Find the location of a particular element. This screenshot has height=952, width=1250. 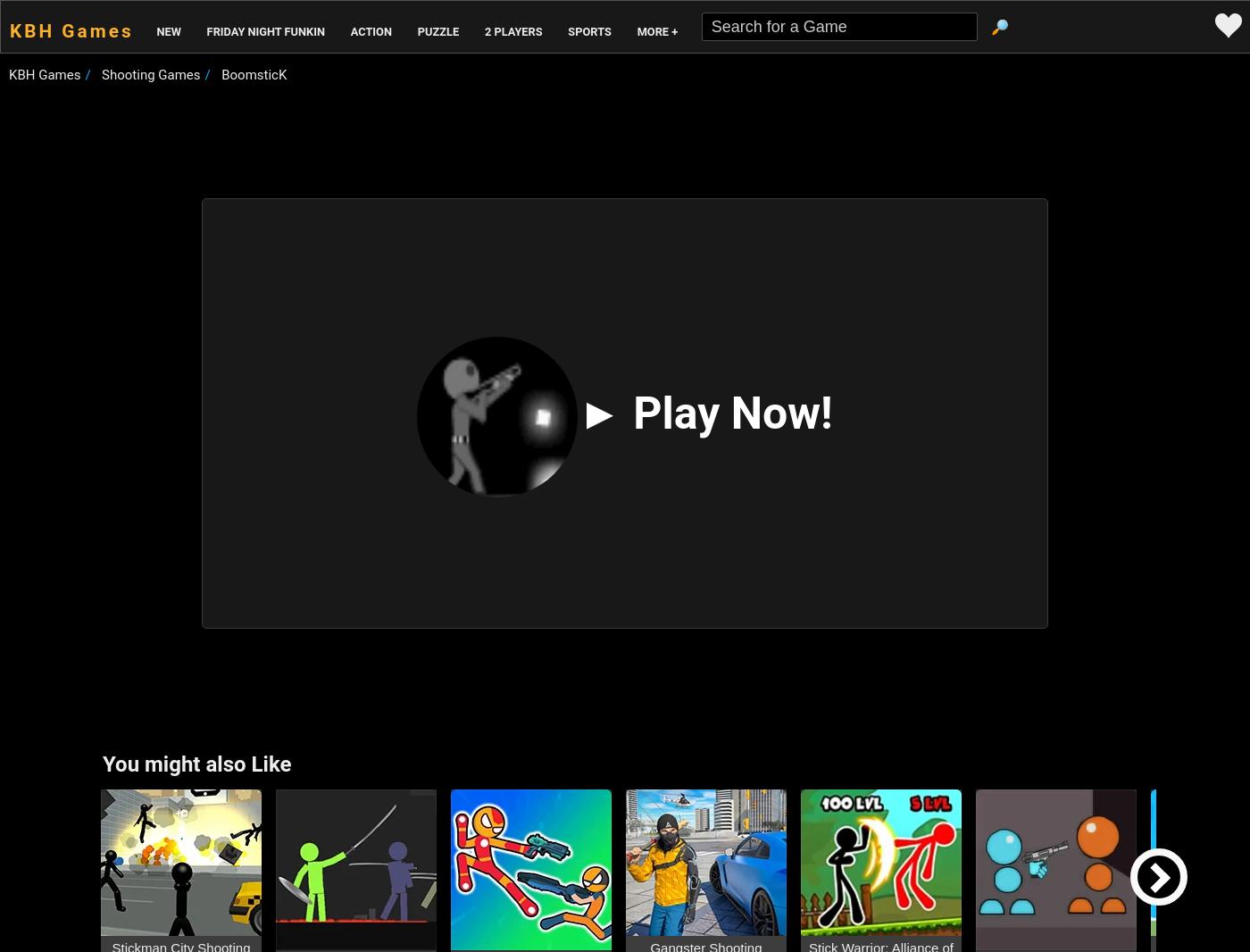

'Shooting Games' is located at coordinates (150, 74).